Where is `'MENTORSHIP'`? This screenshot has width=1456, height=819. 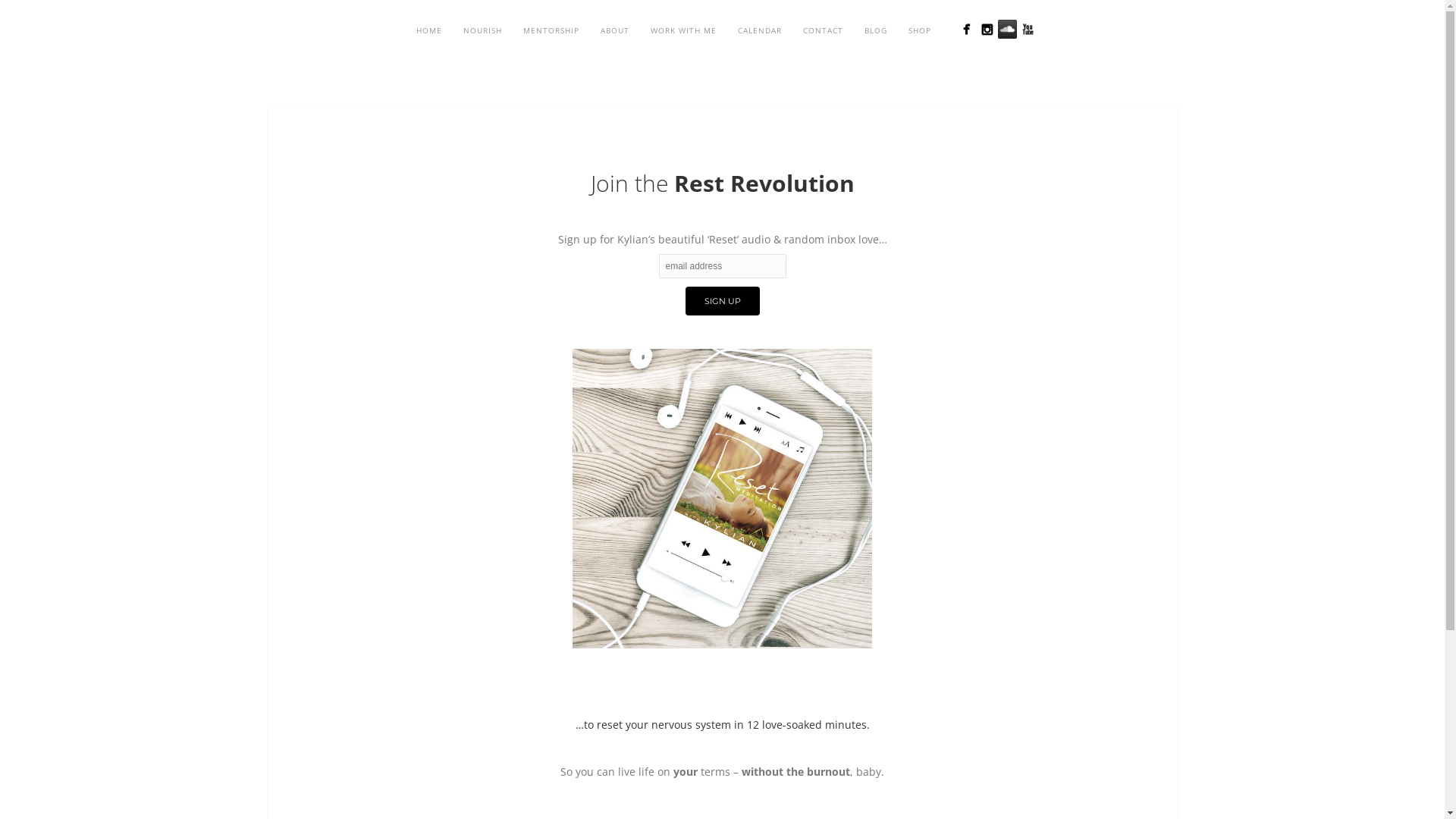 'MENTORSHIP' is located at coordinates (550, 30).